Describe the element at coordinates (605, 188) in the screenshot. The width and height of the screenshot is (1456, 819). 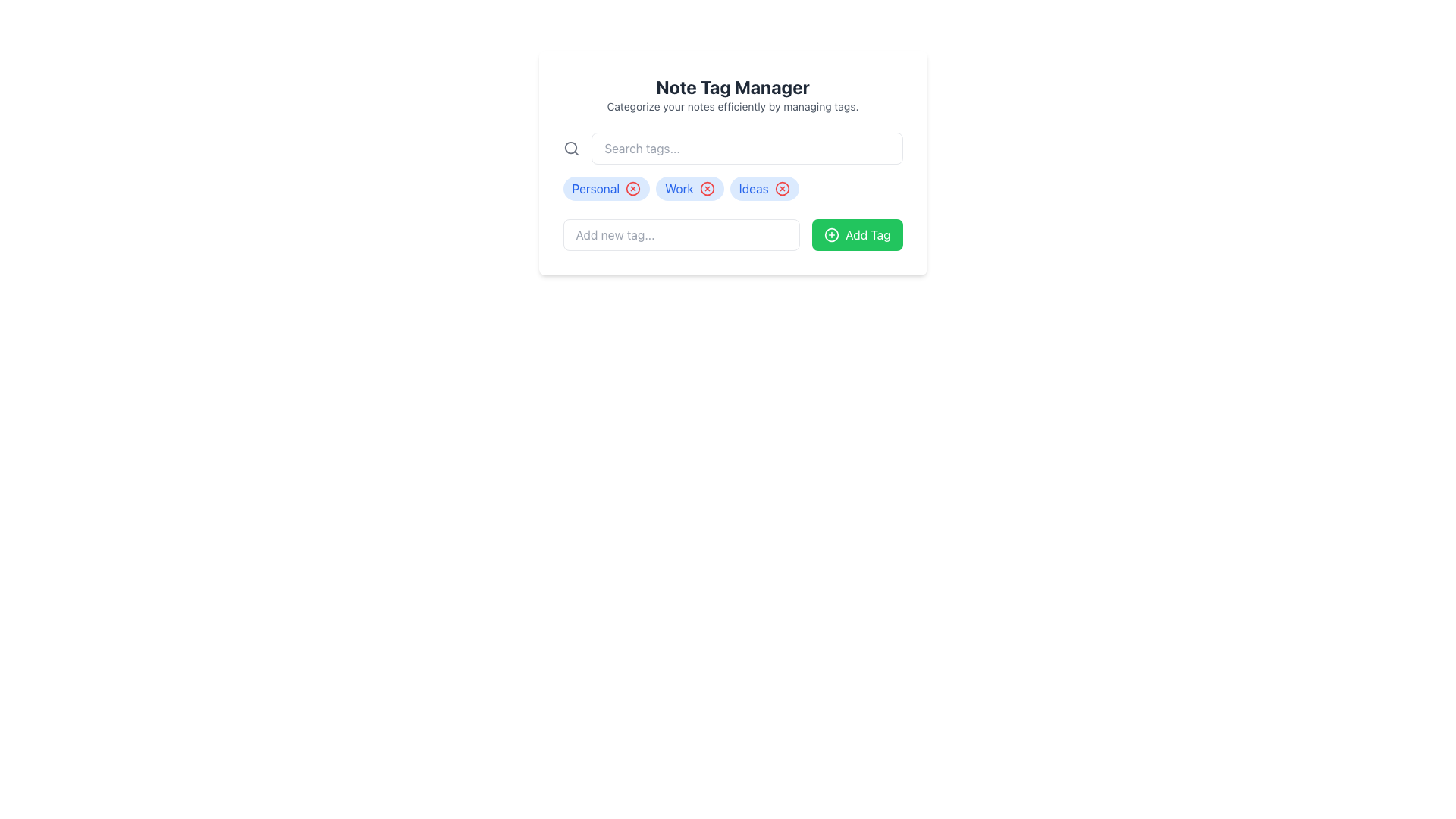
I see `the 'Personal' tag element` at that location.